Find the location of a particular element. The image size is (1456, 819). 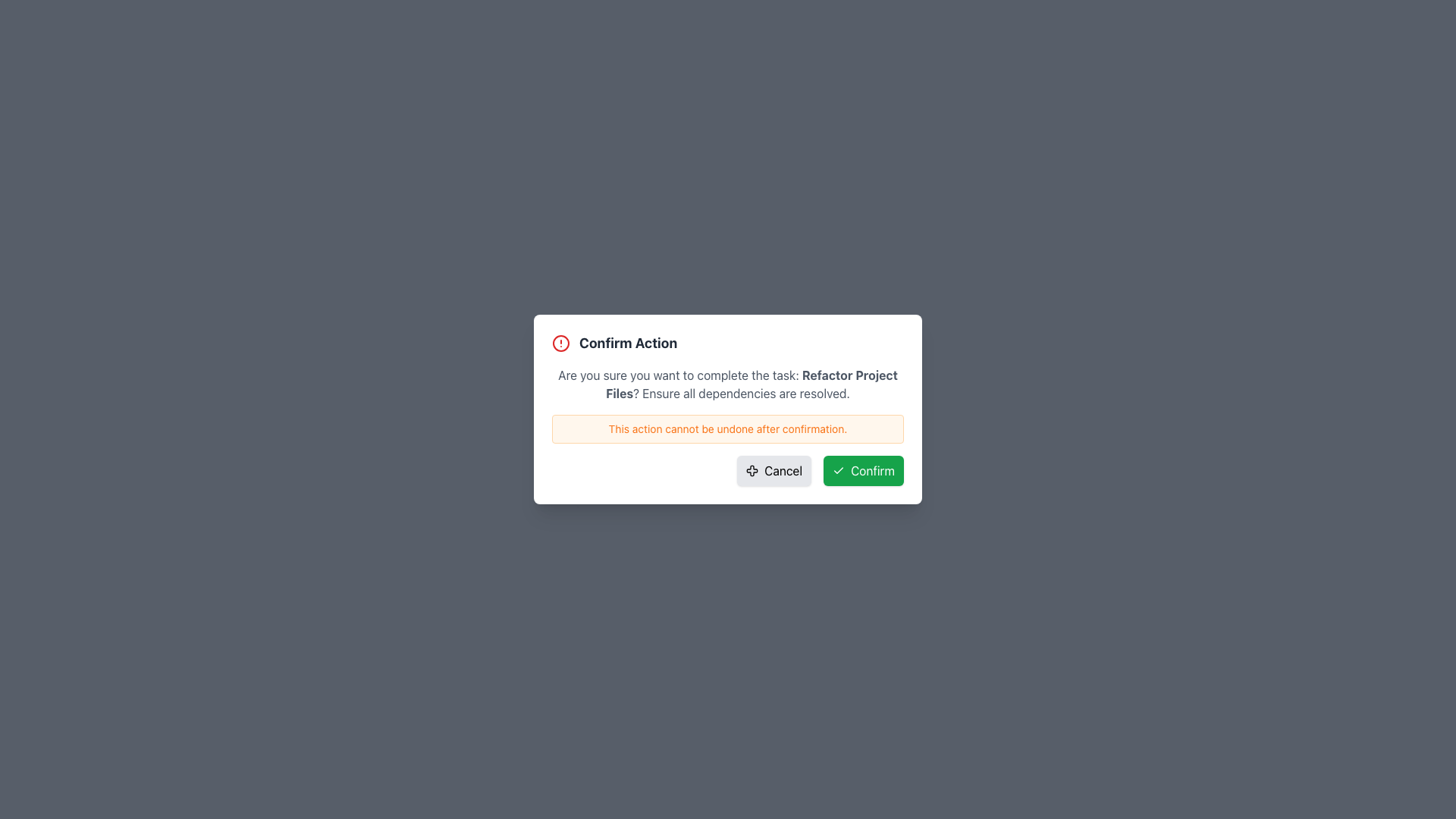

the text message block containing the phrase 'Refactor Project Files' within the 'Confirm Action' dialog box is located at coordinates (728, 383).